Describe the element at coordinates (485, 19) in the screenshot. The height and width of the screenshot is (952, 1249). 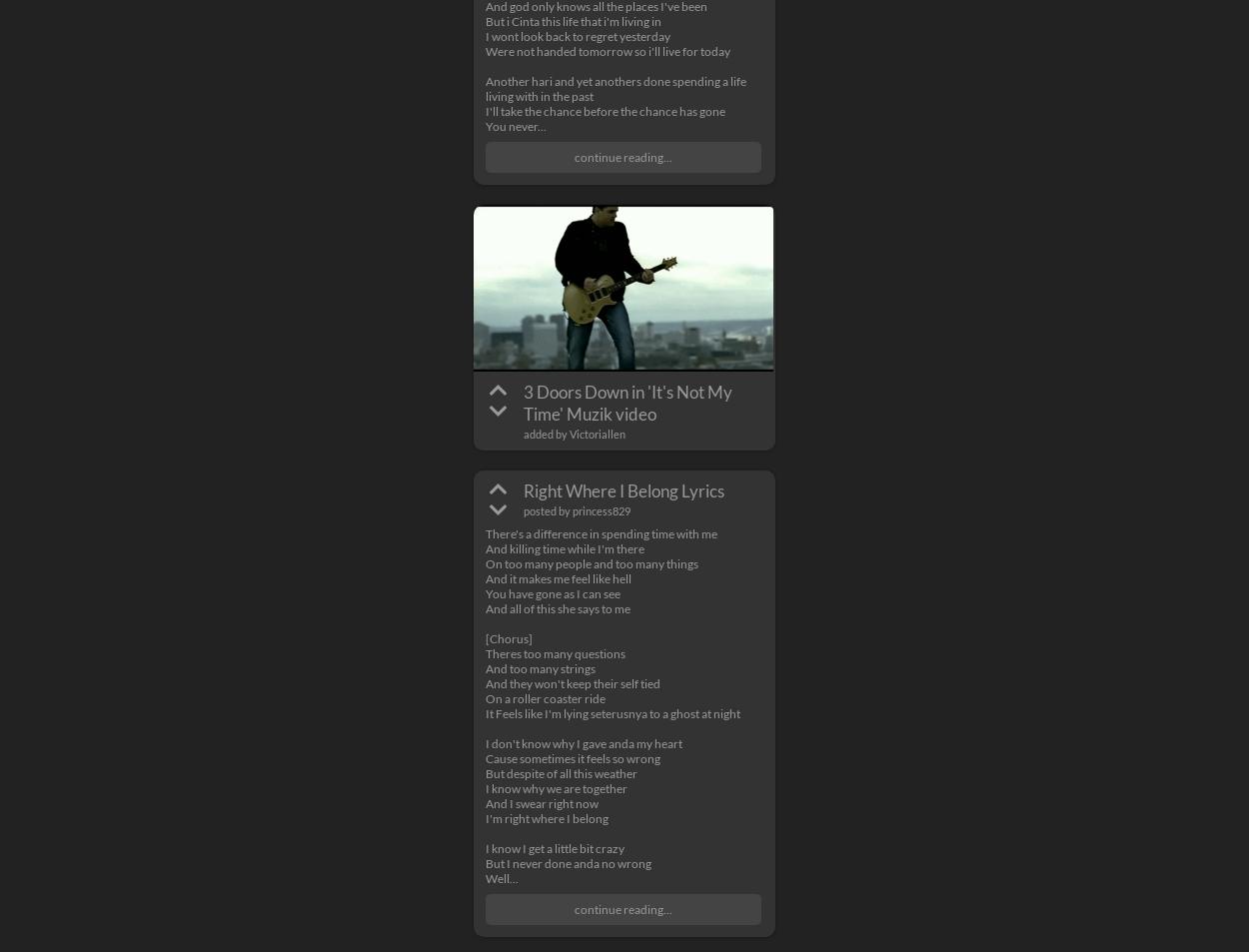
I see `'But i Cinta this life that i'm living in'` at that location.